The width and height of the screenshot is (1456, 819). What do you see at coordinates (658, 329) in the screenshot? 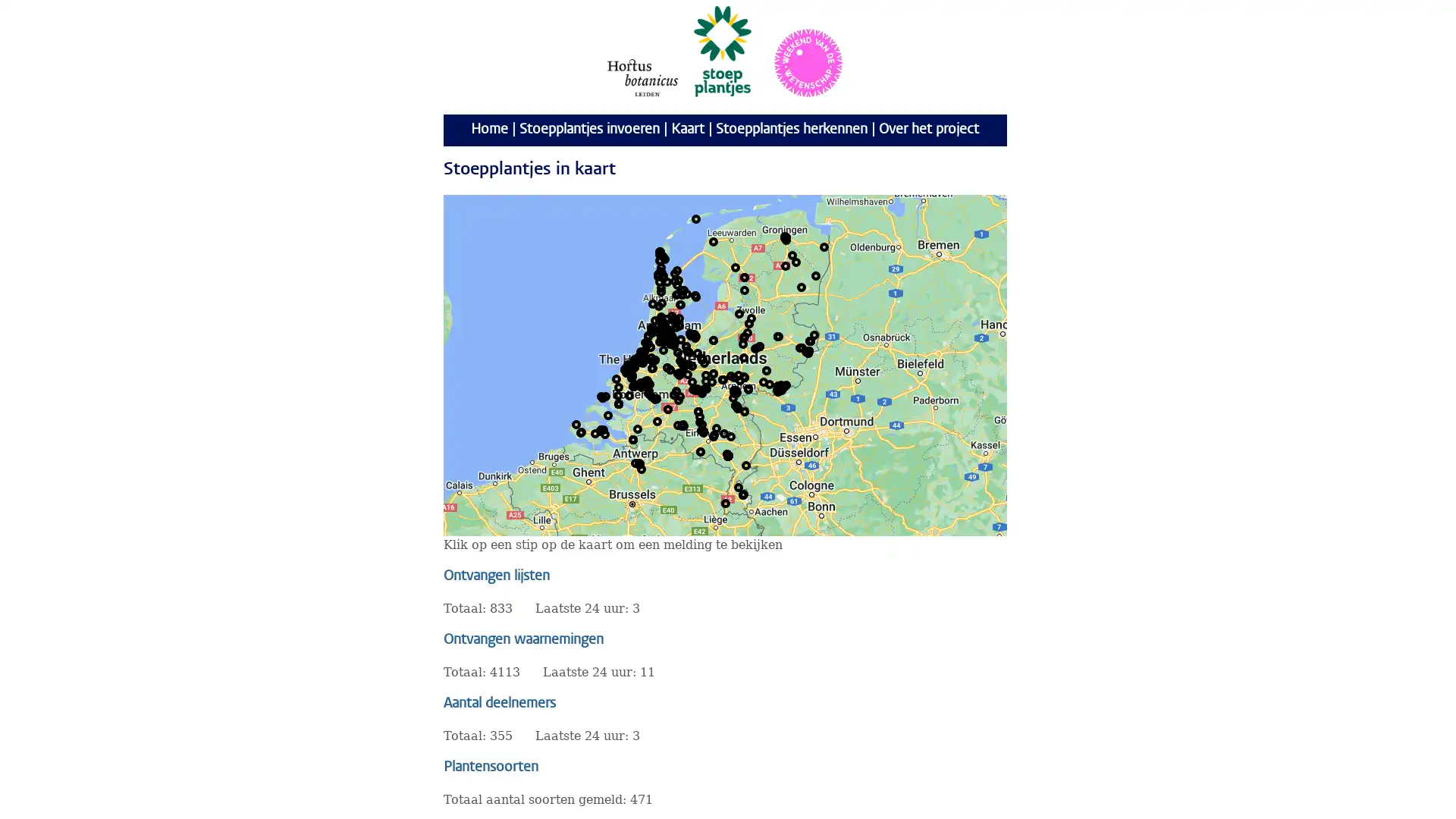
I see `Telling van op 29 oktober 2021` at bounding box center [658, 329].